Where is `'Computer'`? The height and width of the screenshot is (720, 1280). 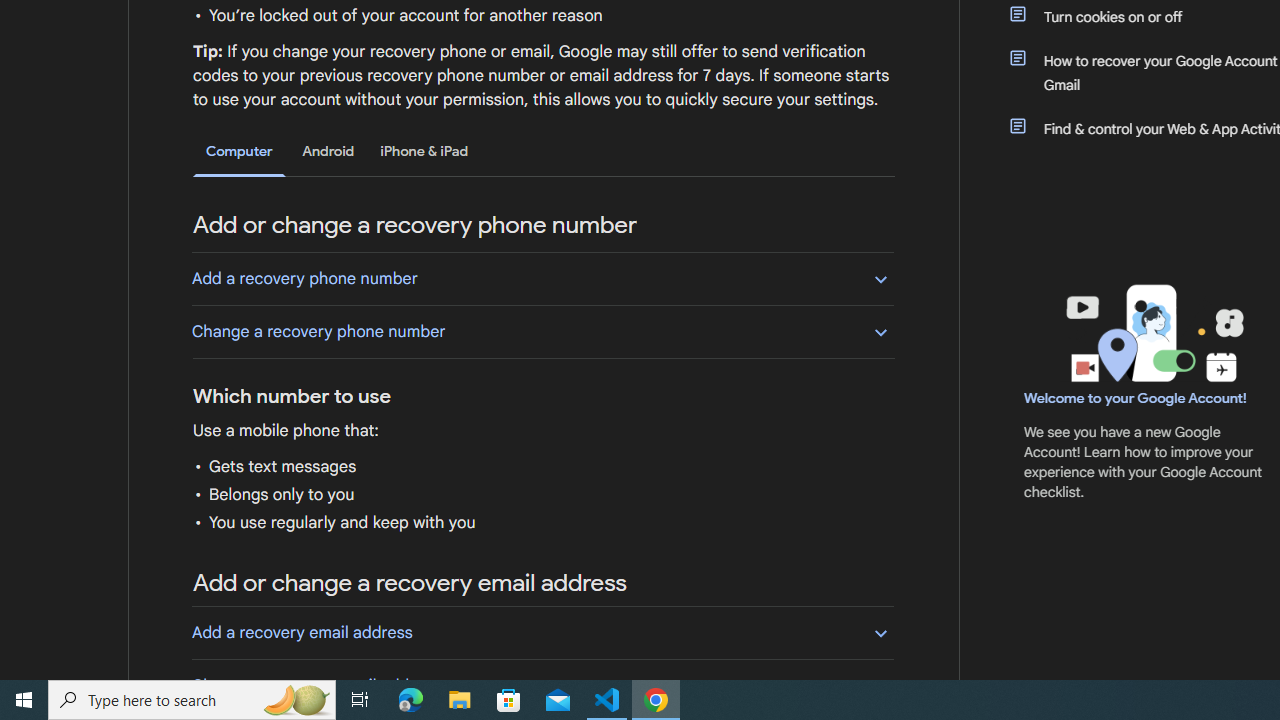
'Computer' is located at coordinates (239, 151).